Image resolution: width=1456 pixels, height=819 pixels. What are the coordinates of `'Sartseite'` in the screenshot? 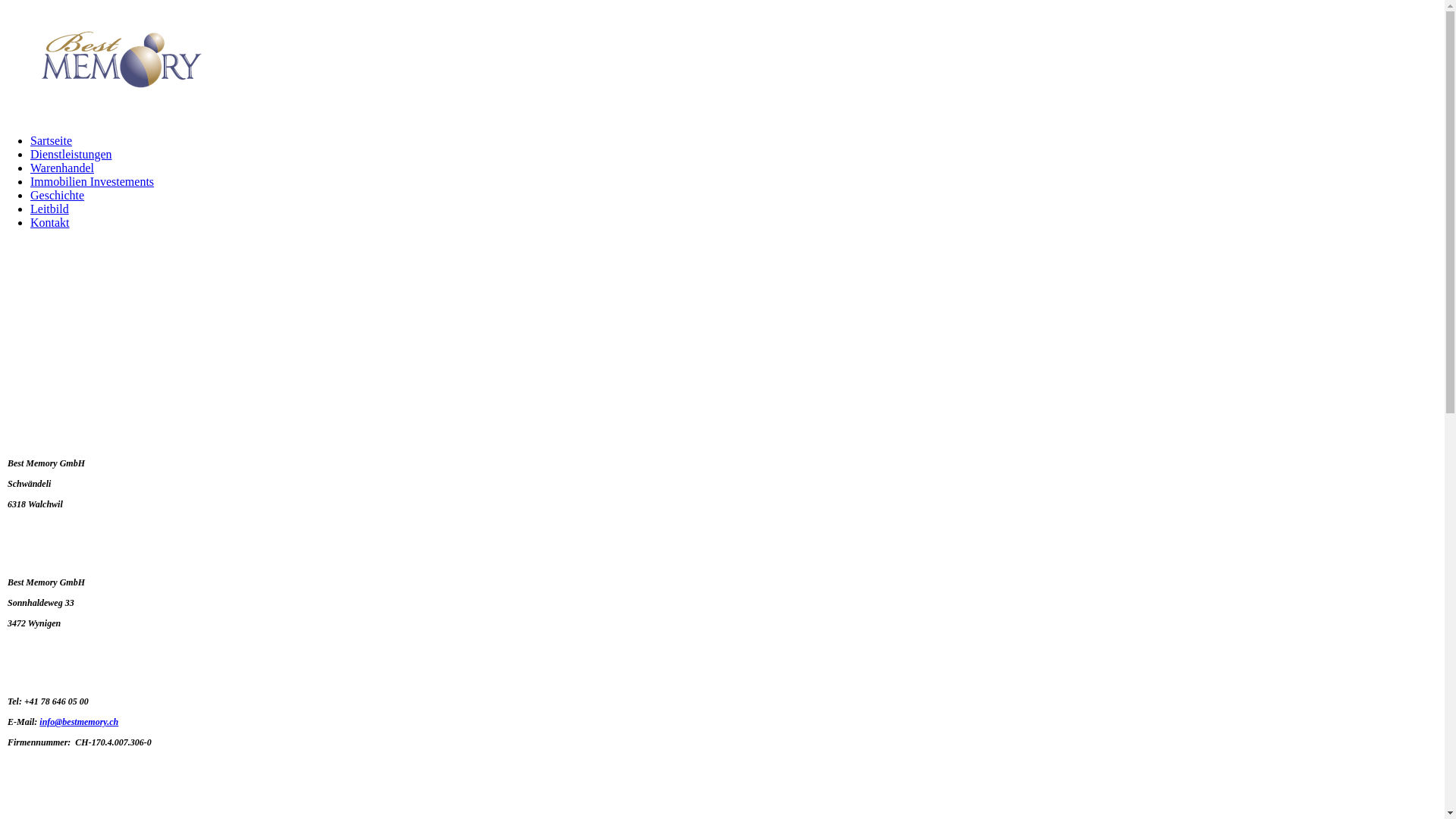 It's located at (51, 140).